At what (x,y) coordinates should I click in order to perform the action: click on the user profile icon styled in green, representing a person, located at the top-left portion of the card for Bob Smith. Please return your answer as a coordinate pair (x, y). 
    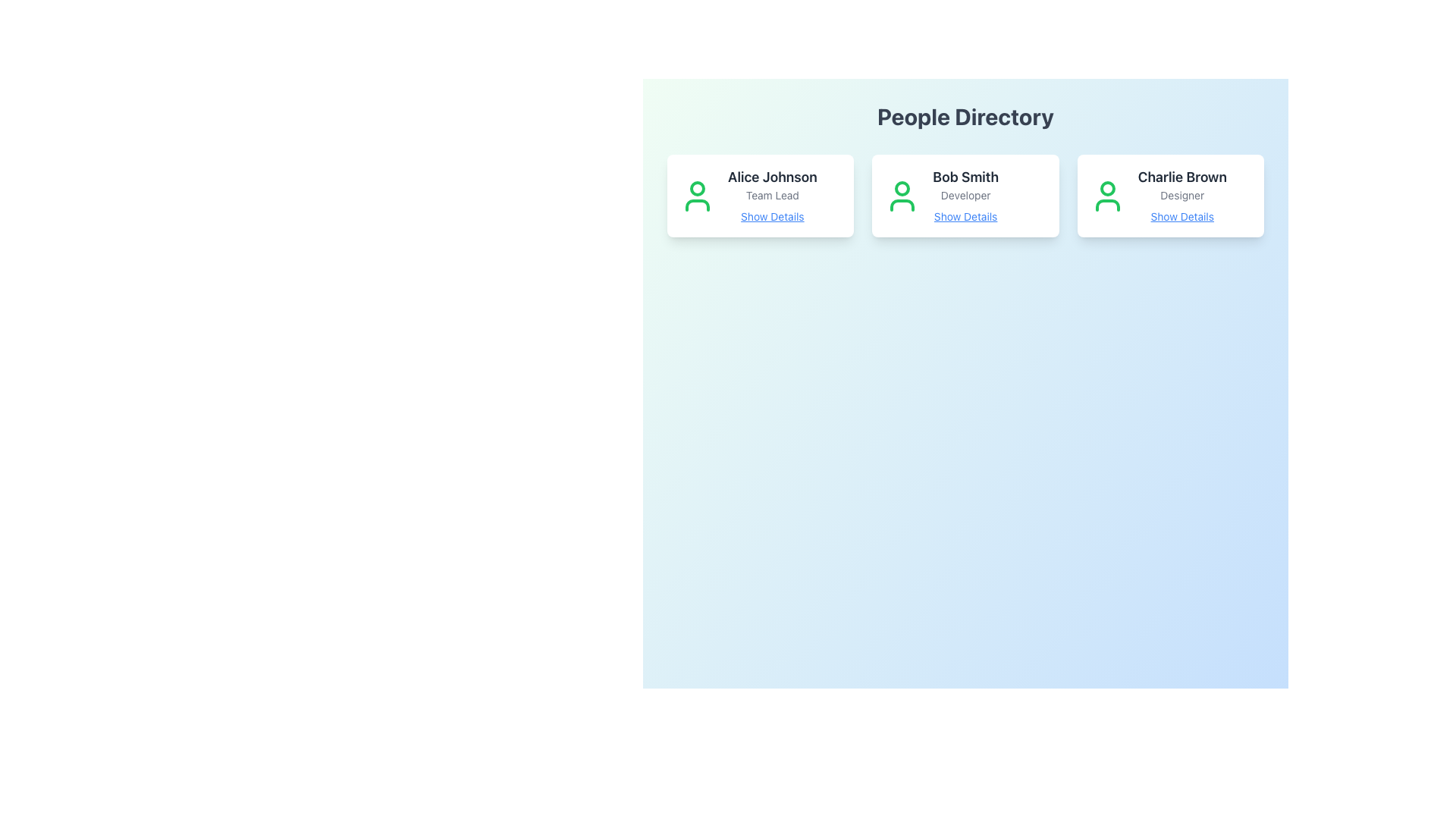
    Looking at the image, I should click on (902, 195).